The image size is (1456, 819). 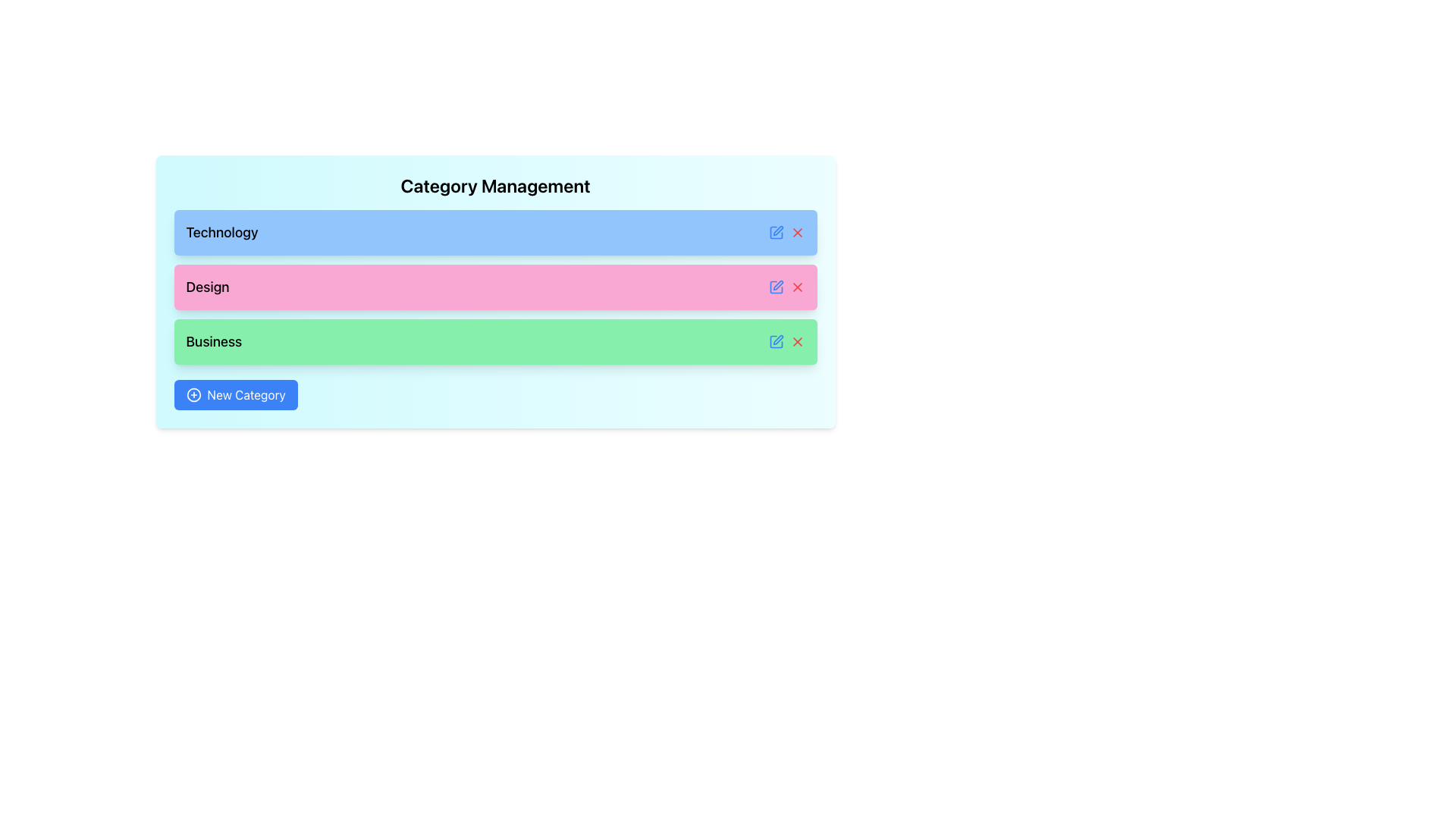 I want to click on the pen icon to the right of the 'Design' label within the pink rectangular section to initiate an edit action, so click(x=778, y=285).